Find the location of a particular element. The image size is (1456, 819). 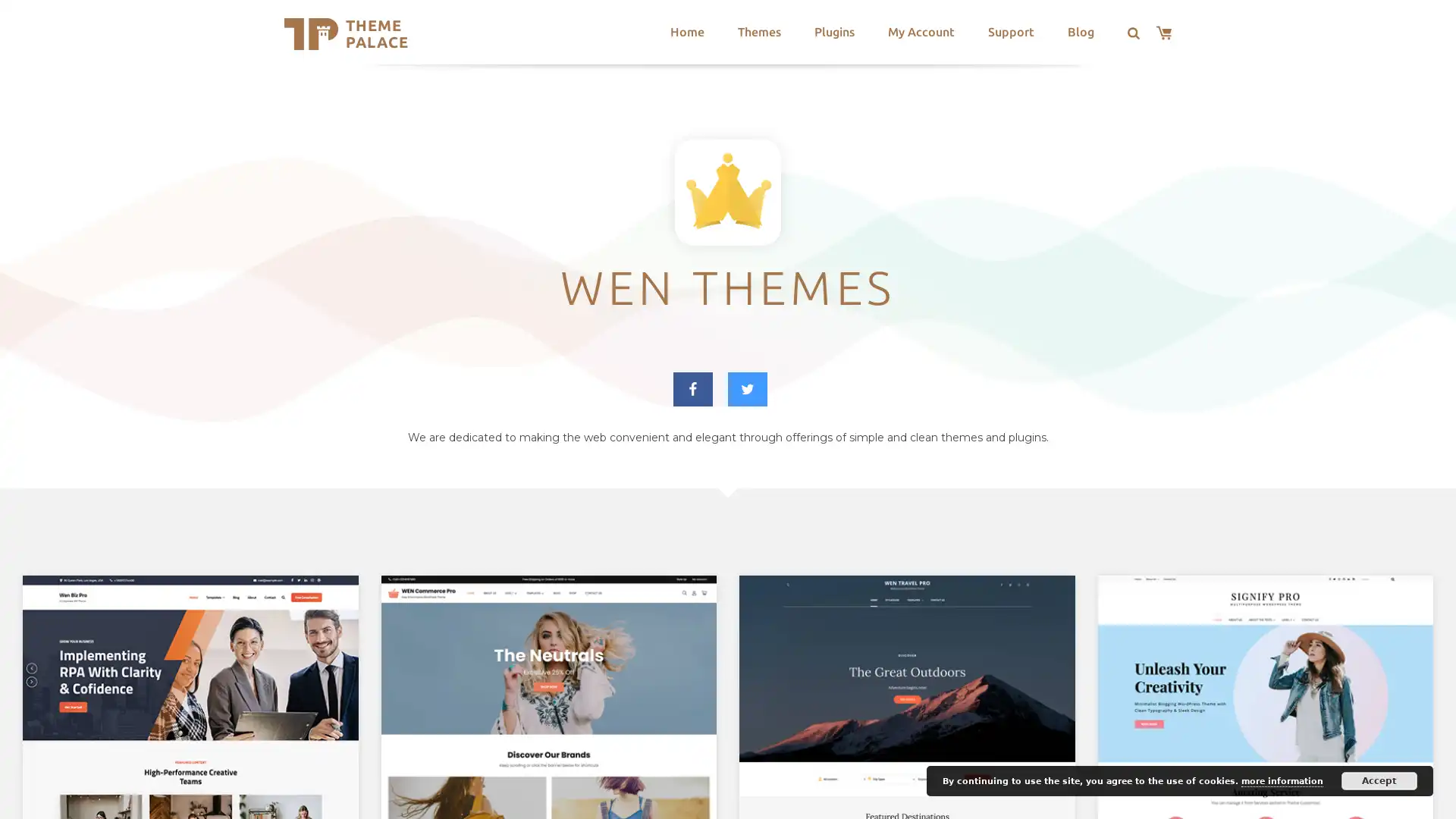

Search is located at coordinates (468, 34).